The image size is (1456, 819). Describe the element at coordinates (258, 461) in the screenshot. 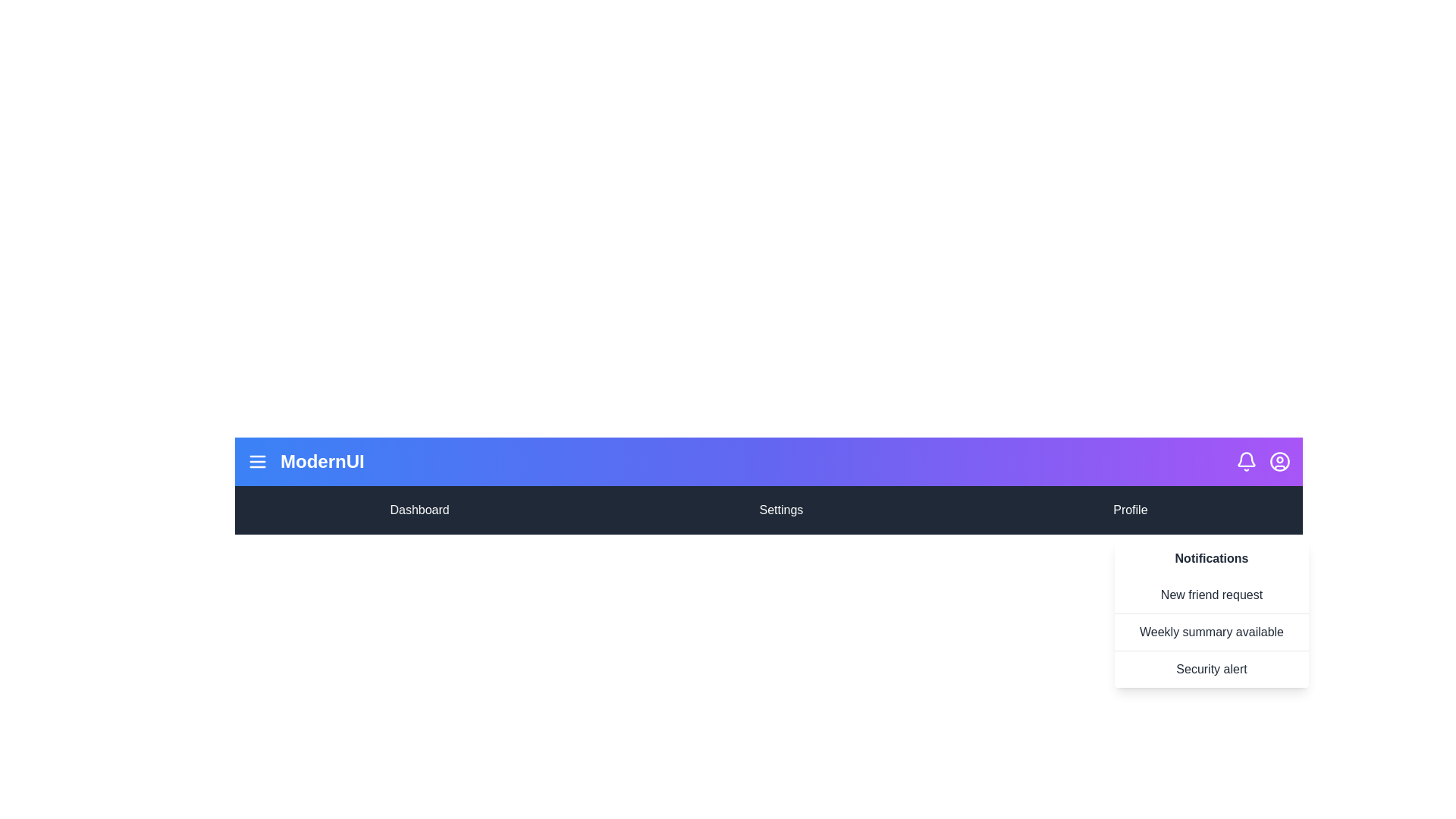

I see `the menu icon` at that location.